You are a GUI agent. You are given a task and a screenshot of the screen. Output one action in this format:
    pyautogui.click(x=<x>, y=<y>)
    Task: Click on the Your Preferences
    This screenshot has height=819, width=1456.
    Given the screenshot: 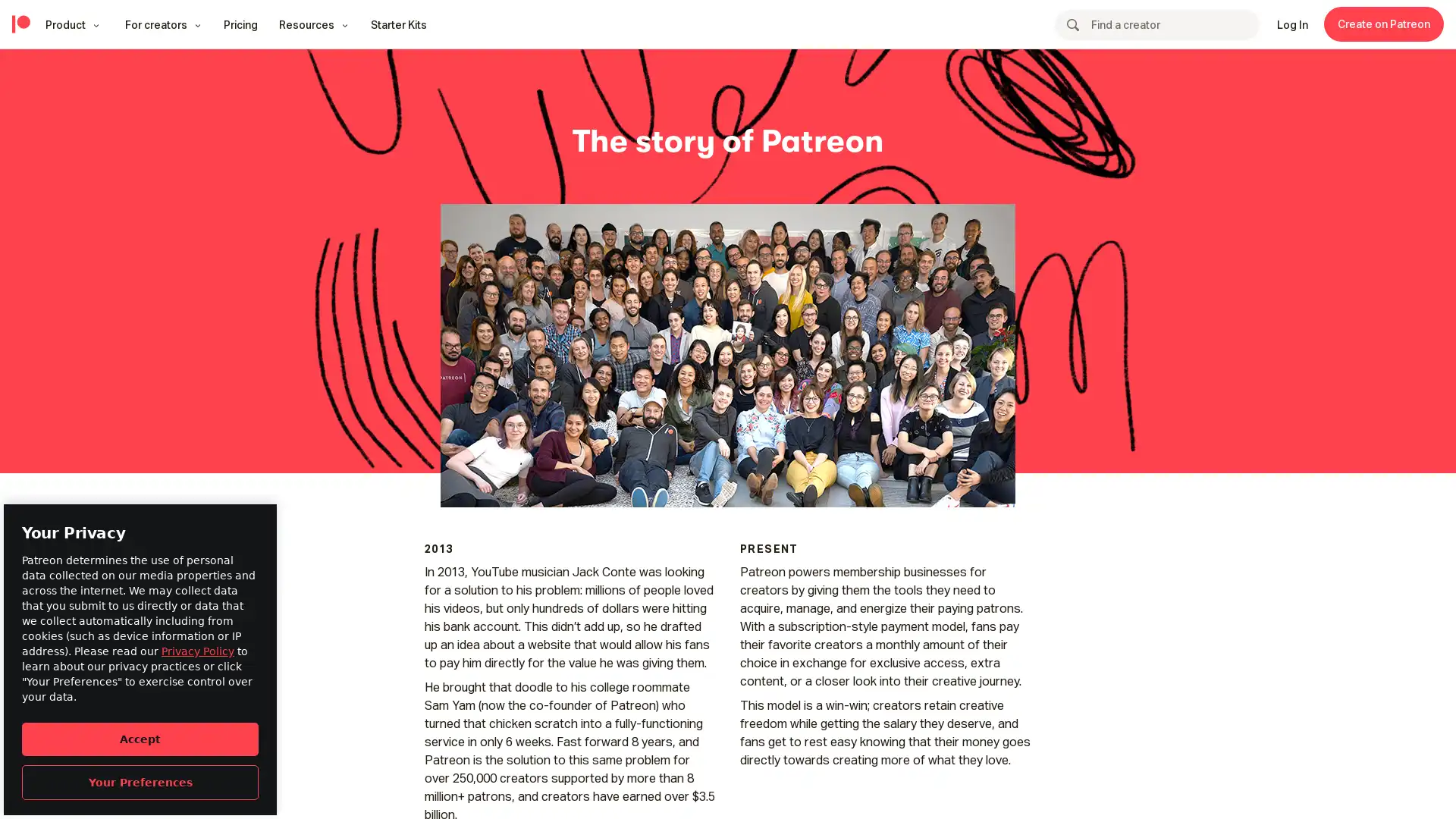 What is the action you would take?
    pyautogui.click(x=140, y=782)
    